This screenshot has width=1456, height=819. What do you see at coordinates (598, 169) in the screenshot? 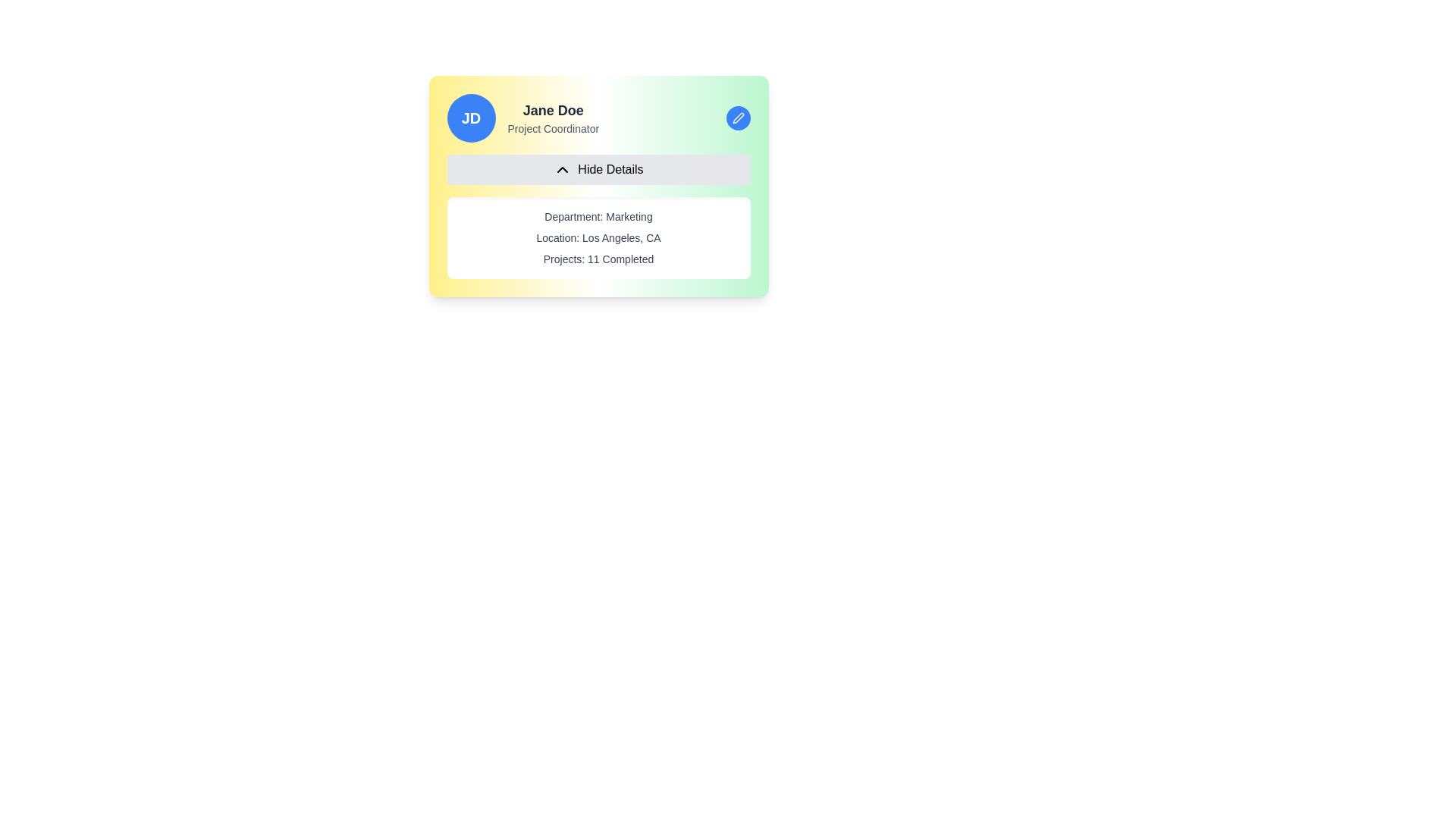
I see `the Toggle Button labeled 'Hide Details' with an upward-pointing chevron icon, located below 'Jane Doe, Project Coordinator' to experience hover effects` at bounding box center [598, 169].